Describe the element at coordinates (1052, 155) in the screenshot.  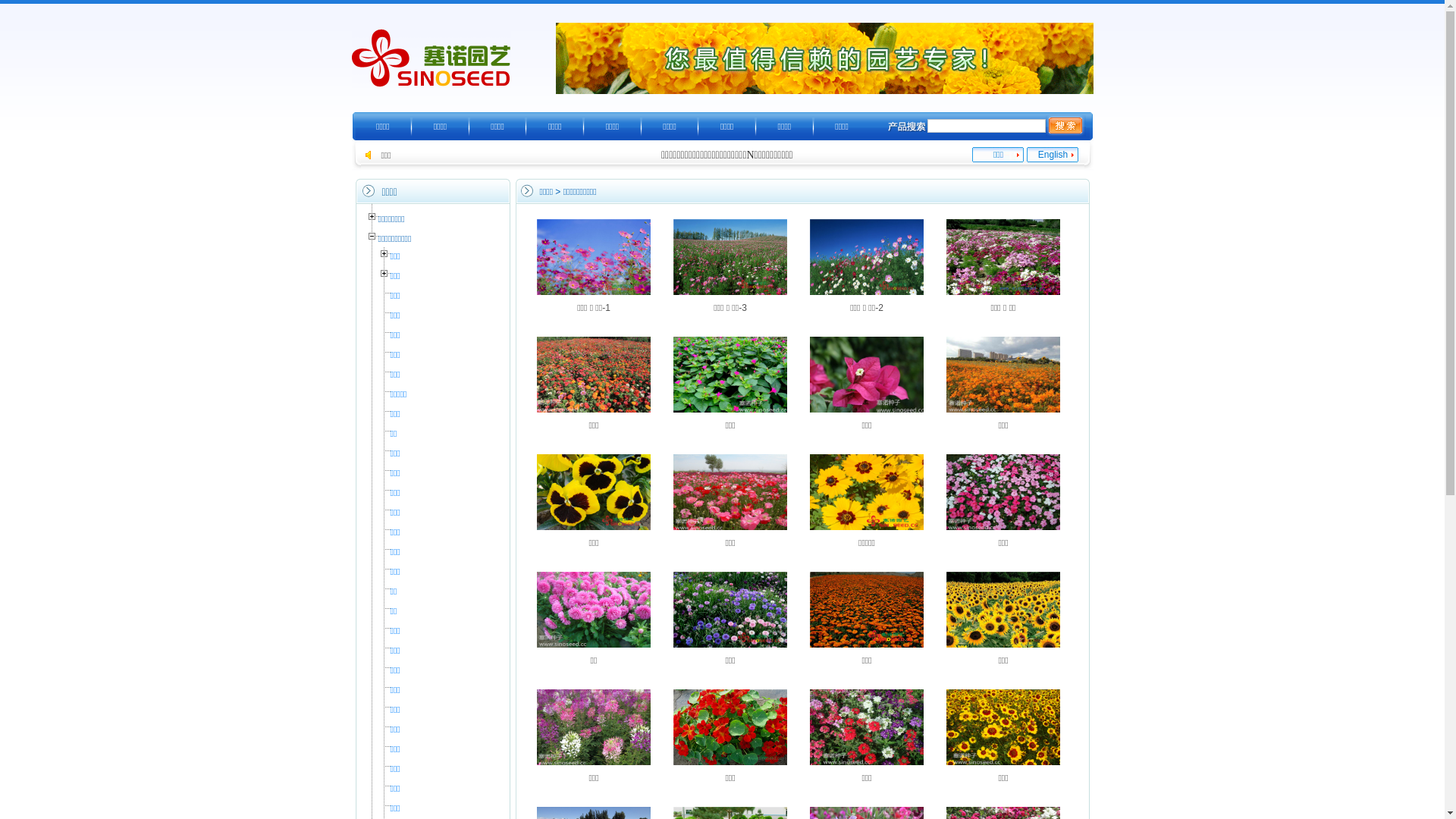
I see `'English'` at that location.